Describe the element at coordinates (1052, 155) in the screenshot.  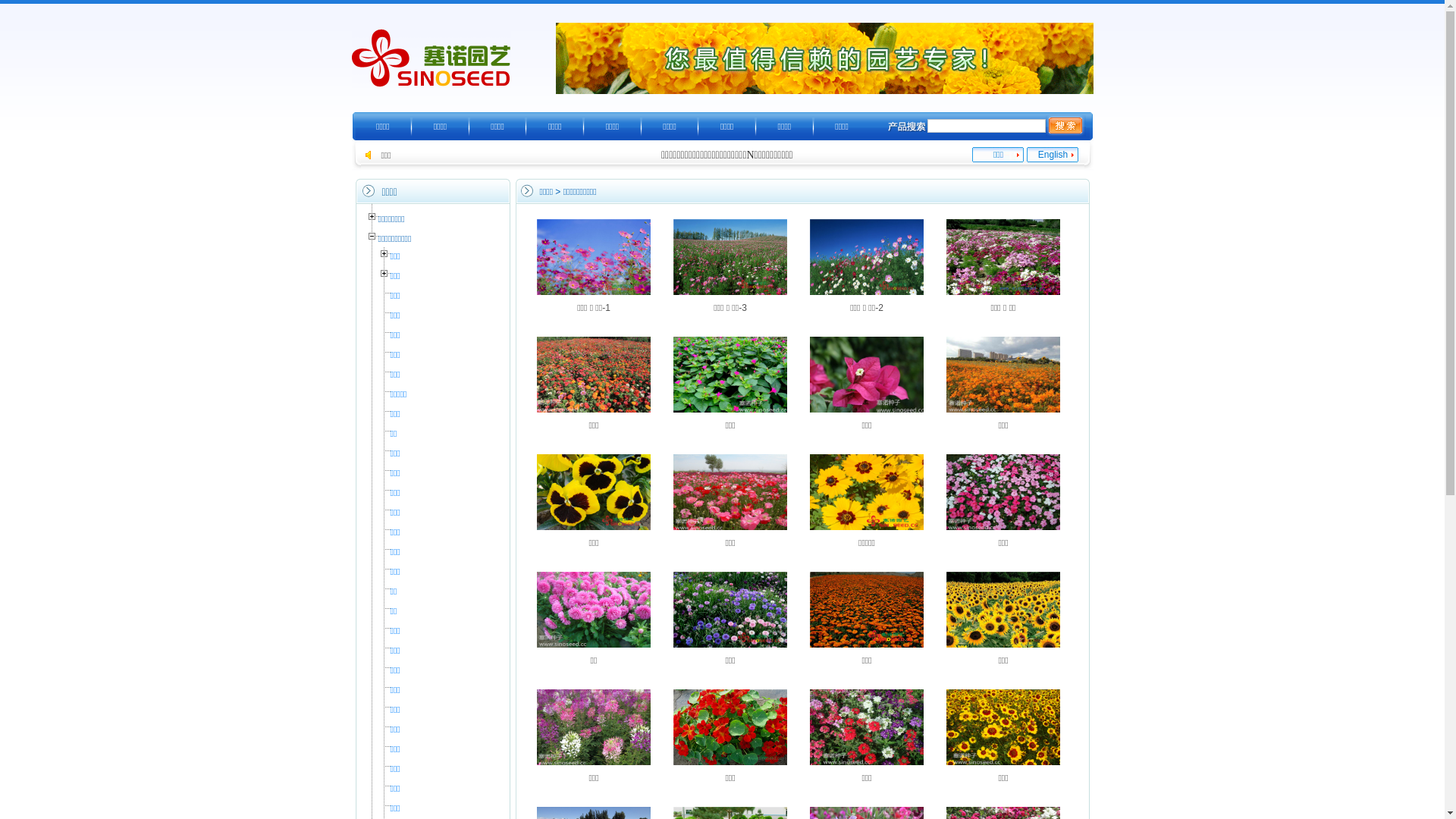
I see `'English'` at that location.